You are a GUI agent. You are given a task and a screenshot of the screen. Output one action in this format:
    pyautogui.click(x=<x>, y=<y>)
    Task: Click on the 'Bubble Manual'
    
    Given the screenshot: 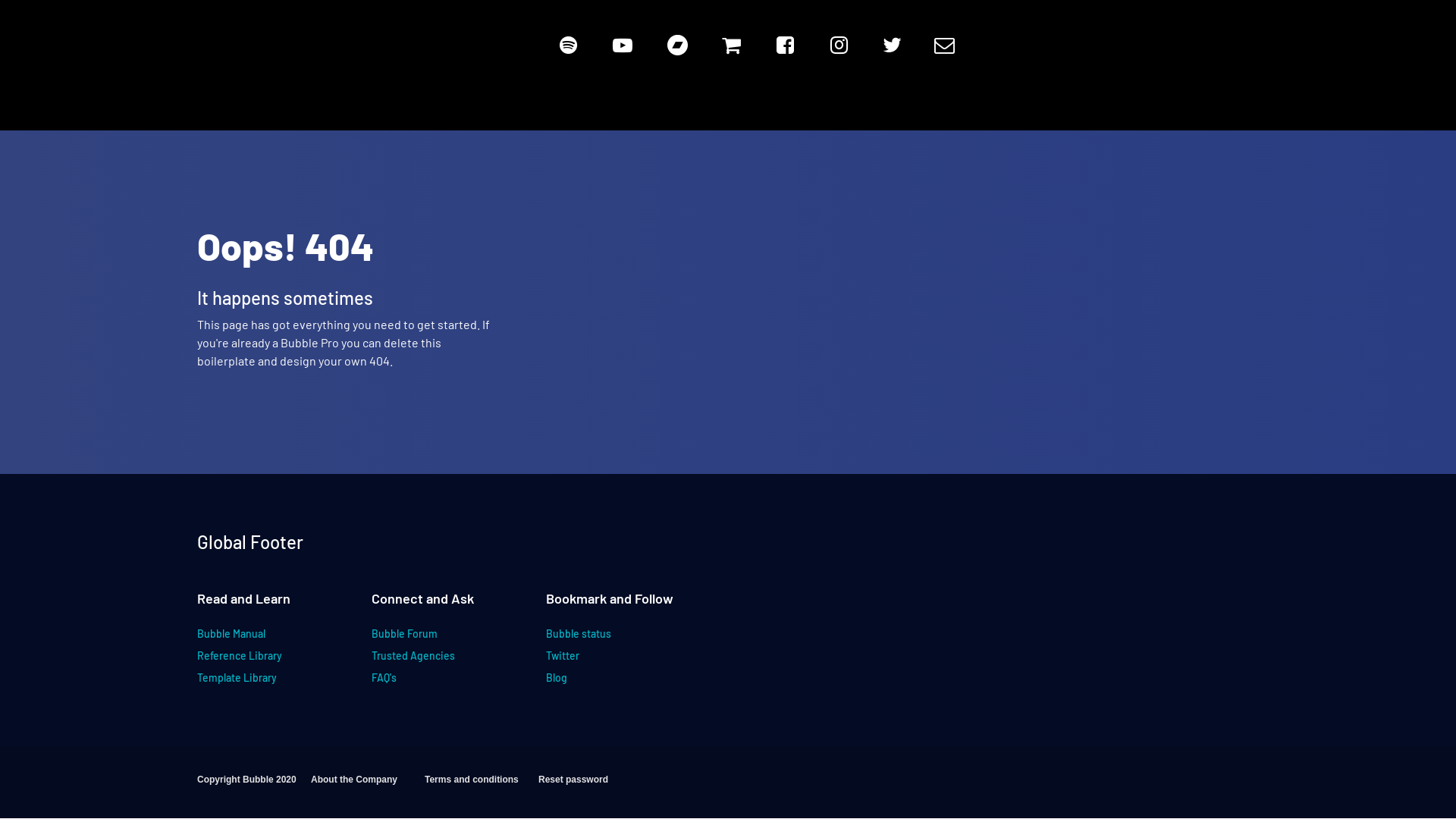 What is the action you would take?
    pyautogui.click(x=254, y=639)
    